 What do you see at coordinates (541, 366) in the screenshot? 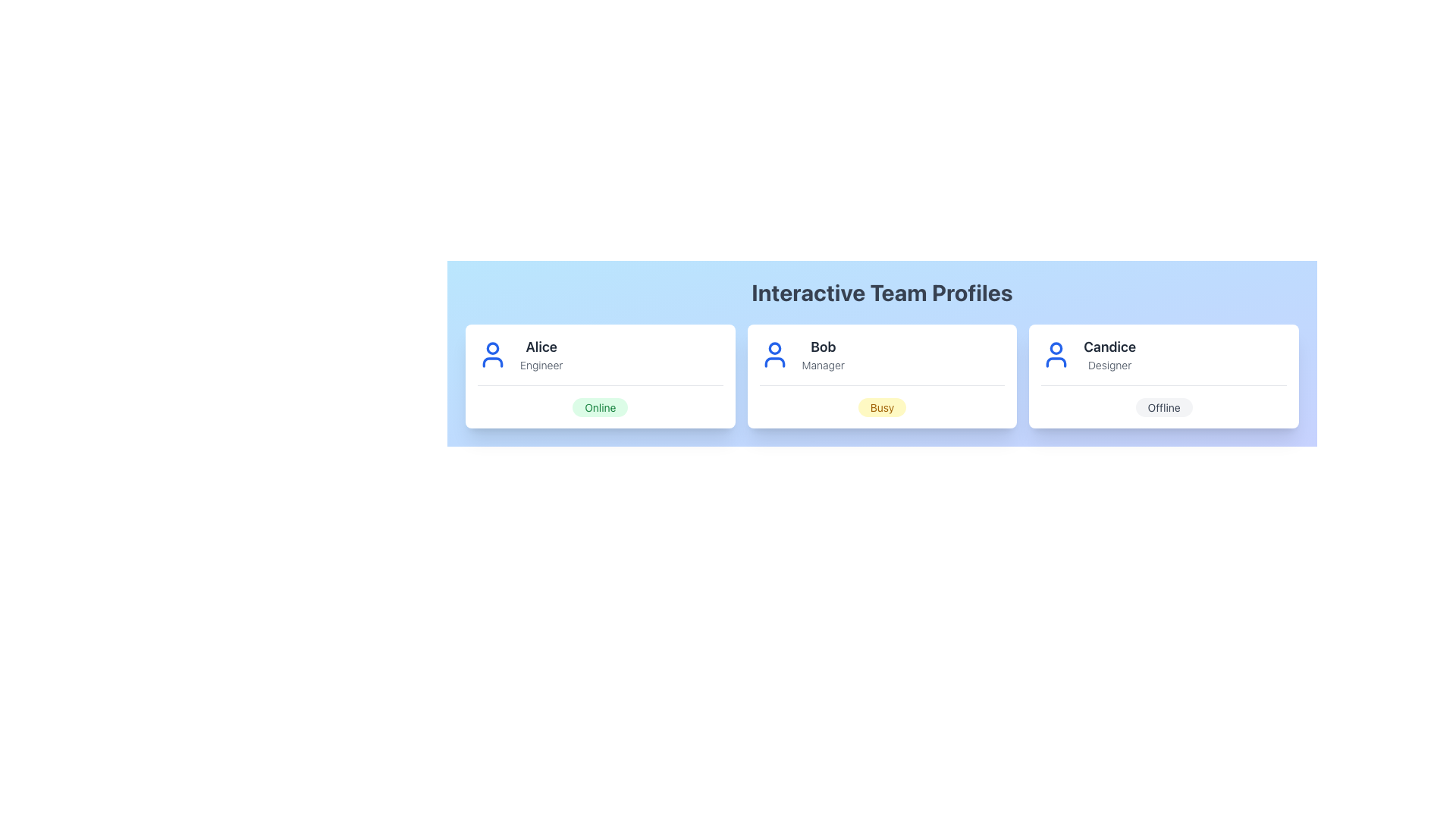
I see `the Text label indicating the role or occupation (Engineer) associated with the character 'Alice', located within the card-like component beneath the 'Alice' heading` at bounding box center [541, 366].